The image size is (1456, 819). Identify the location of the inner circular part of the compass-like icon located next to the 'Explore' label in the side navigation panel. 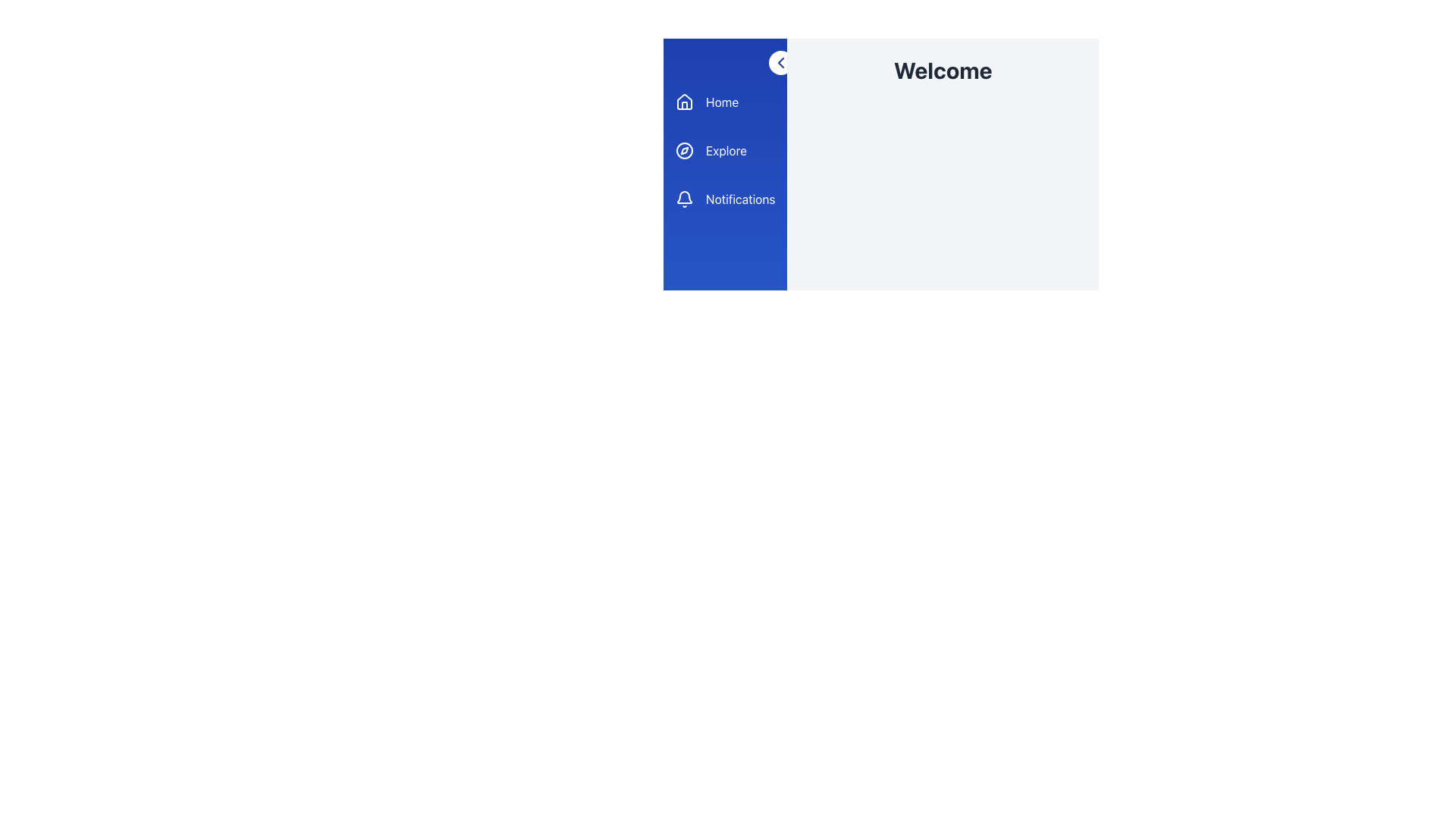
(683, 151).